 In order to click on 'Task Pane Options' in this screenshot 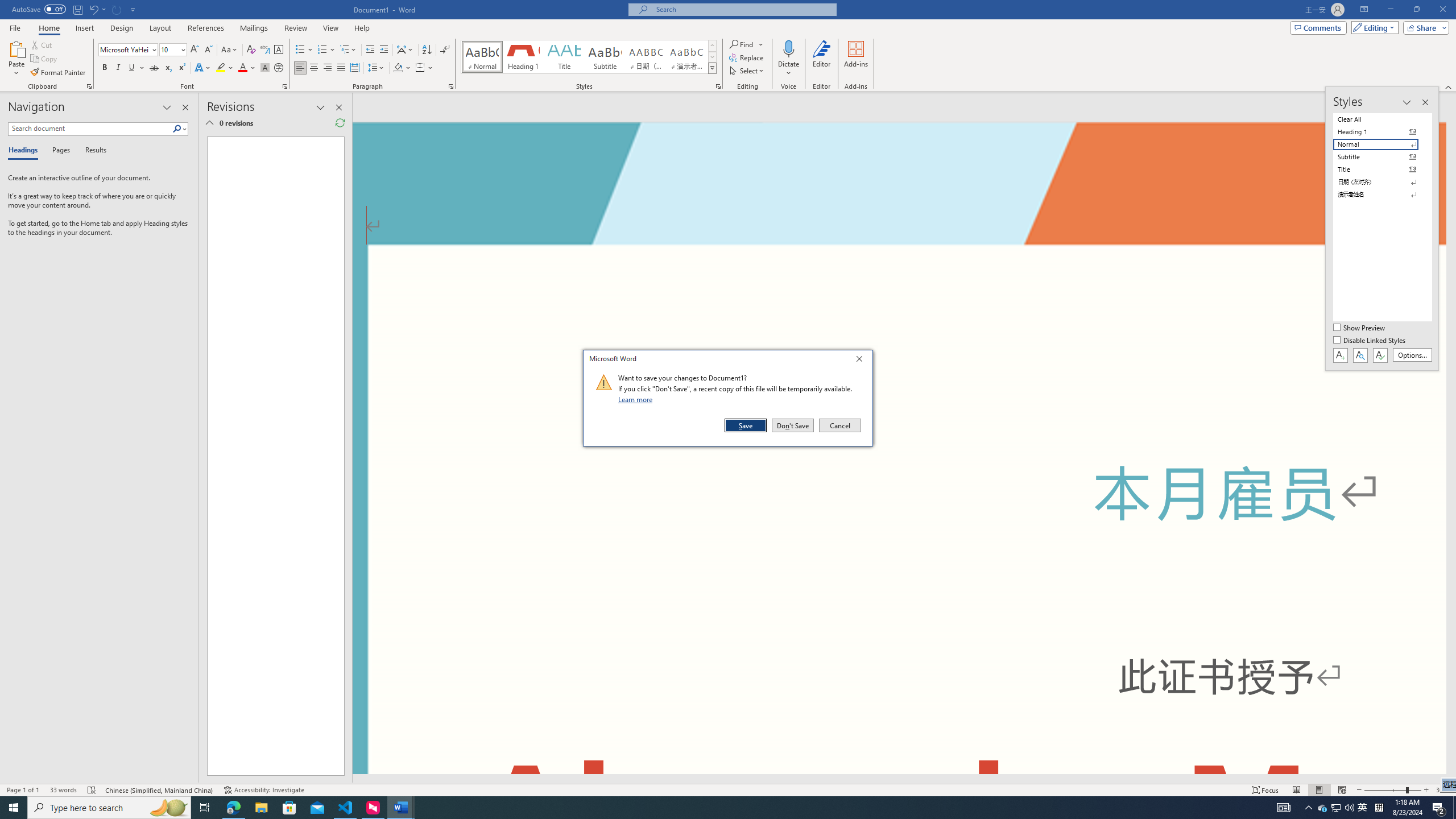, I will do `click(167, 107)`.